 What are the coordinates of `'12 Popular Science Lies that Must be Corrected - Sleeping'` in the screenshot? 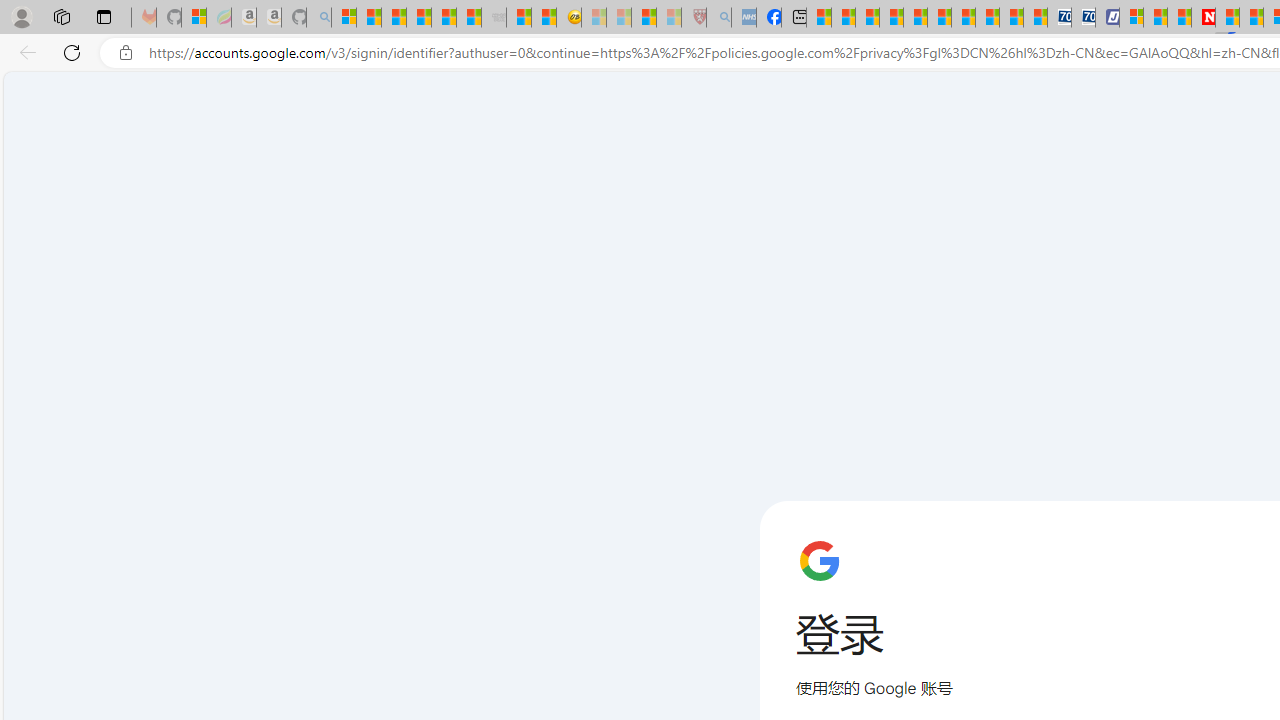 It's located at (668, 17).